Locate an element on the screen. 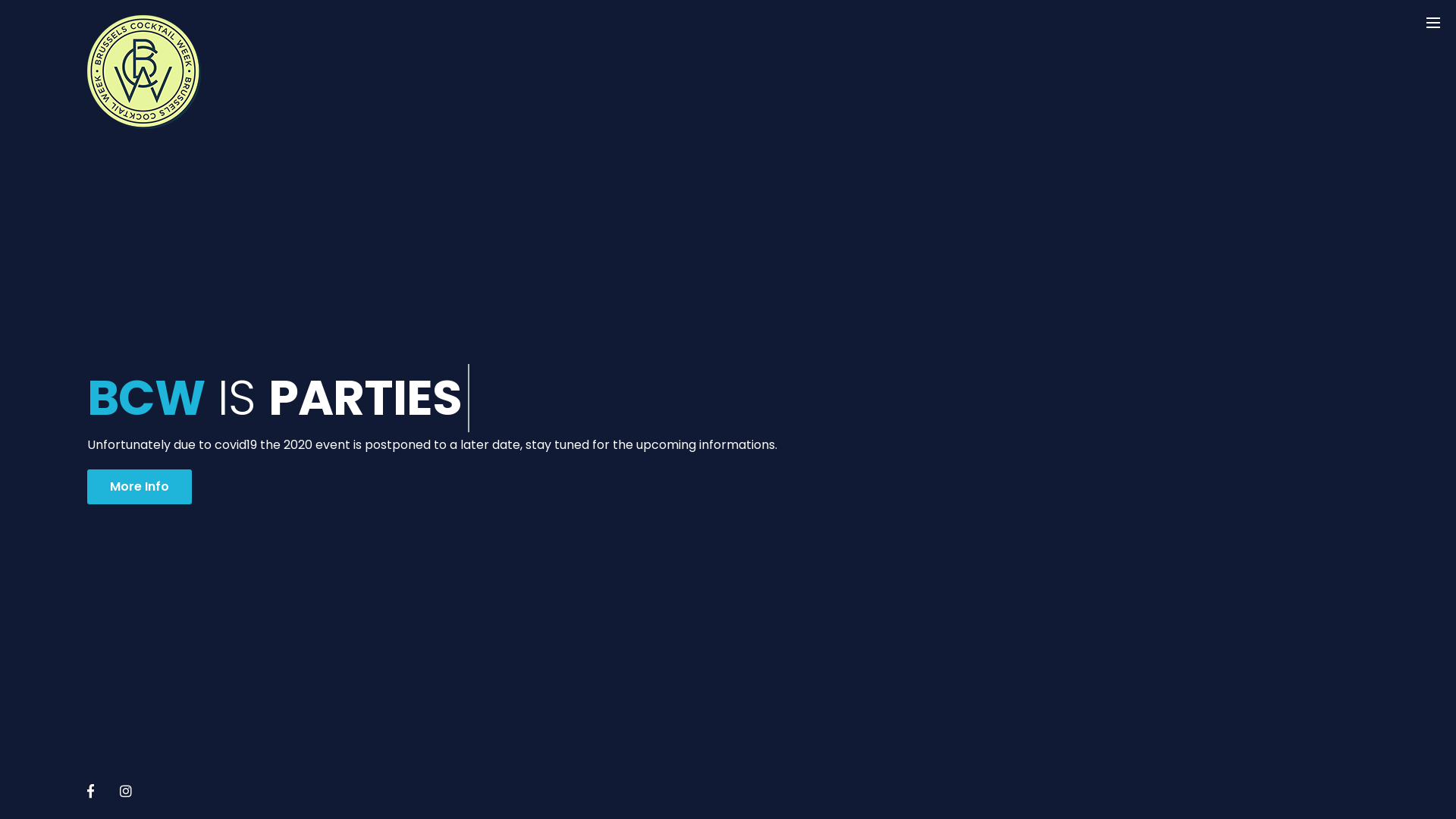 Image resolution: width=1456 pixels, height=819 pixels. 'Facebook' is located at coordinates (89, 789).